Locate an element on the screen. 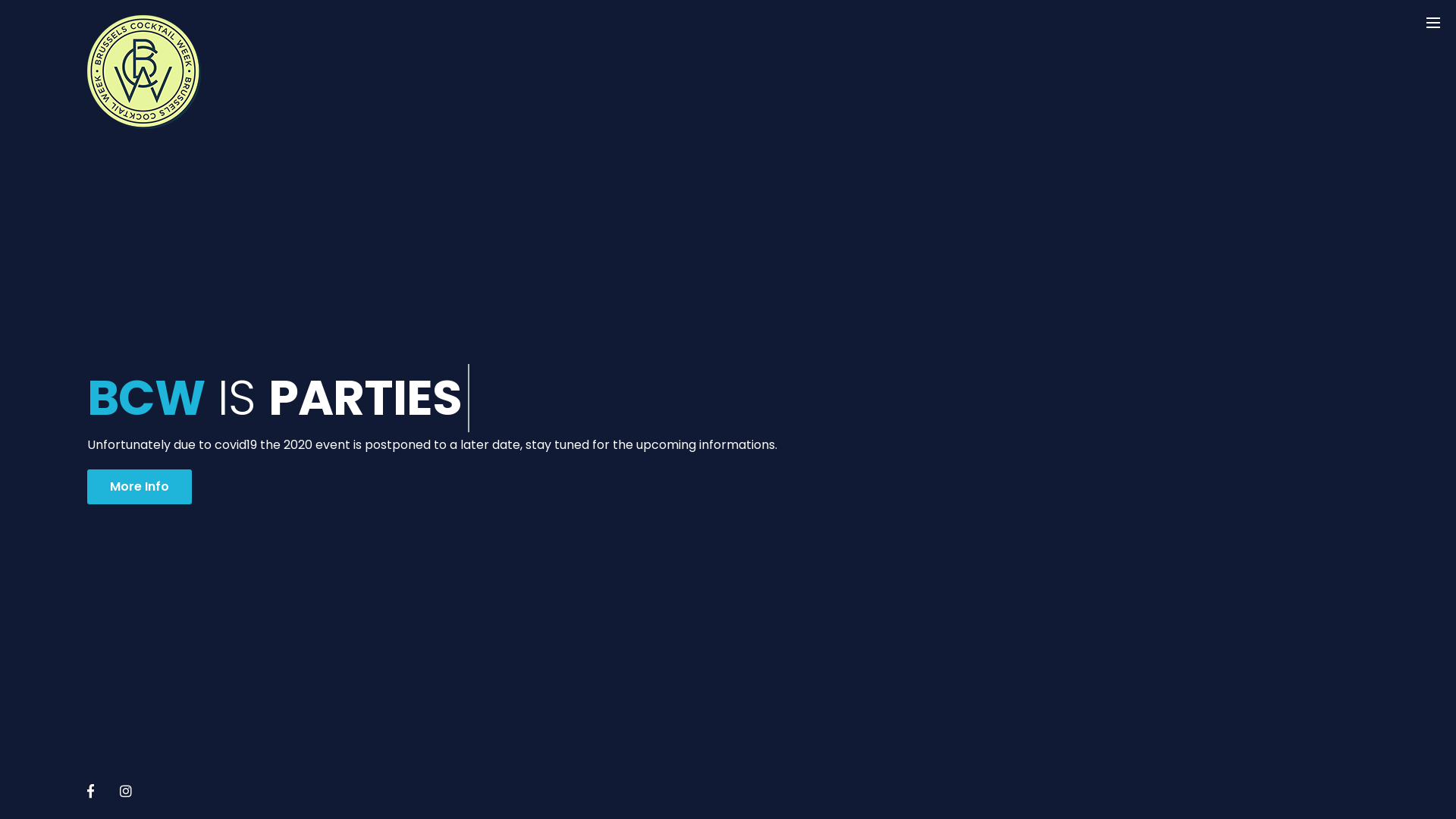 Image resolution: width=1456 pixels, height=819 pixels. 'Facebook' is located at coordinates (89, 789).